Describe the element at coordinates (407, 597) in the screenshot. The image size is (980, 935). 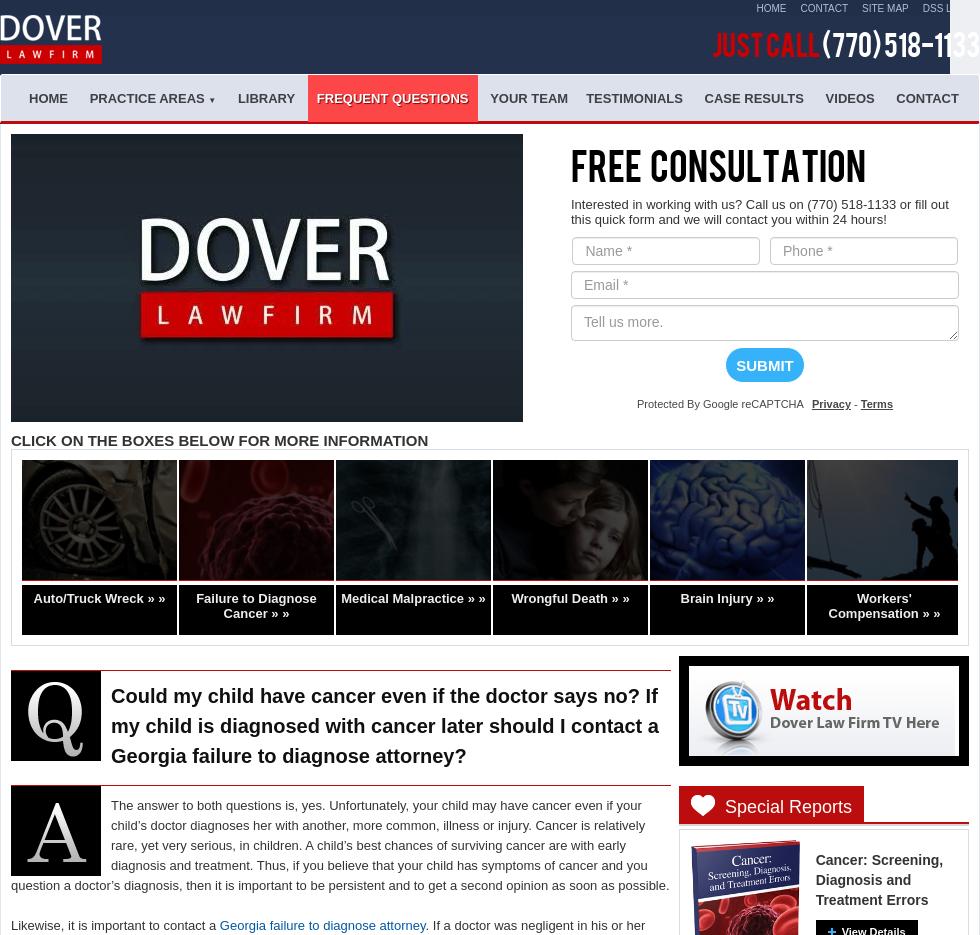
I see `'Medical Malpractice »'` at that location.